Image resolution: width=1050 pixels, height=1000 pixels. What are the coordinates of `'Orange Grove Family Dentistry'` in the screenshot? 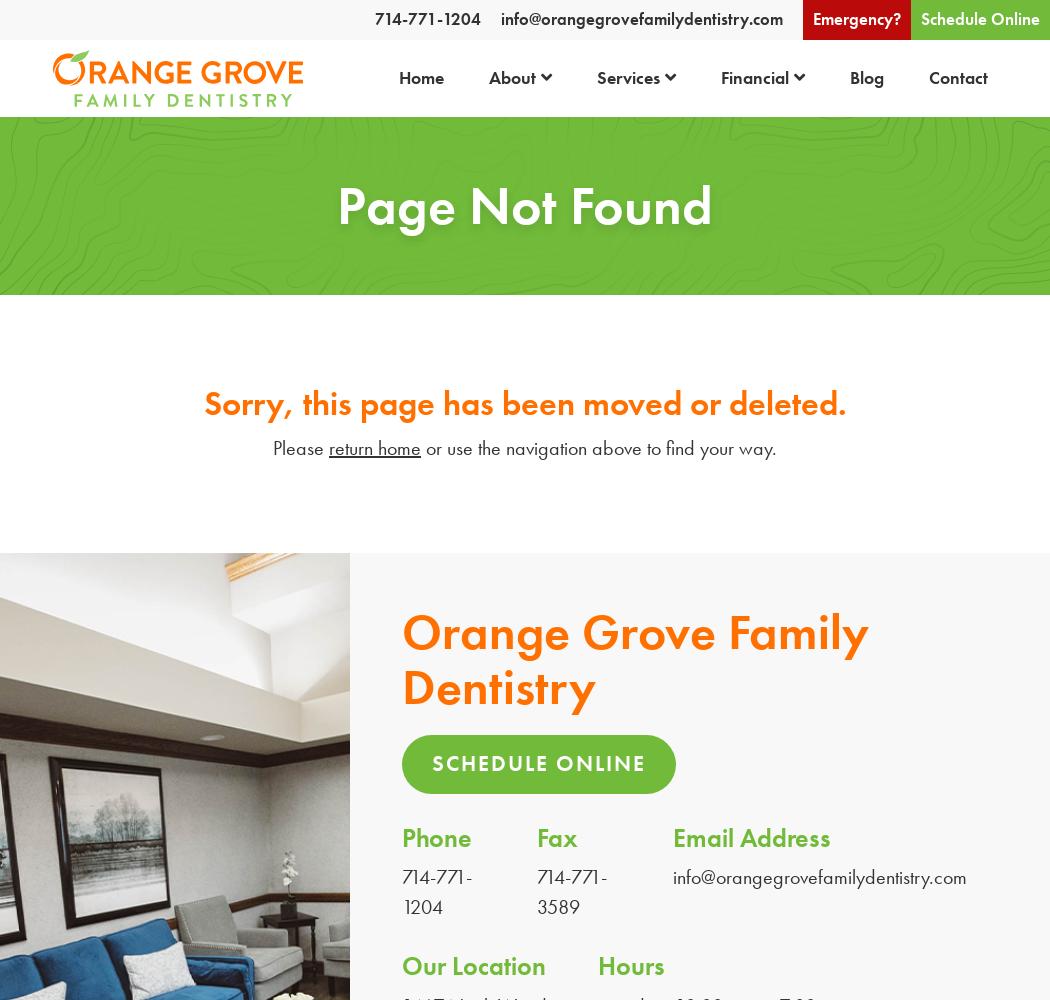 It's located at (402, 659).